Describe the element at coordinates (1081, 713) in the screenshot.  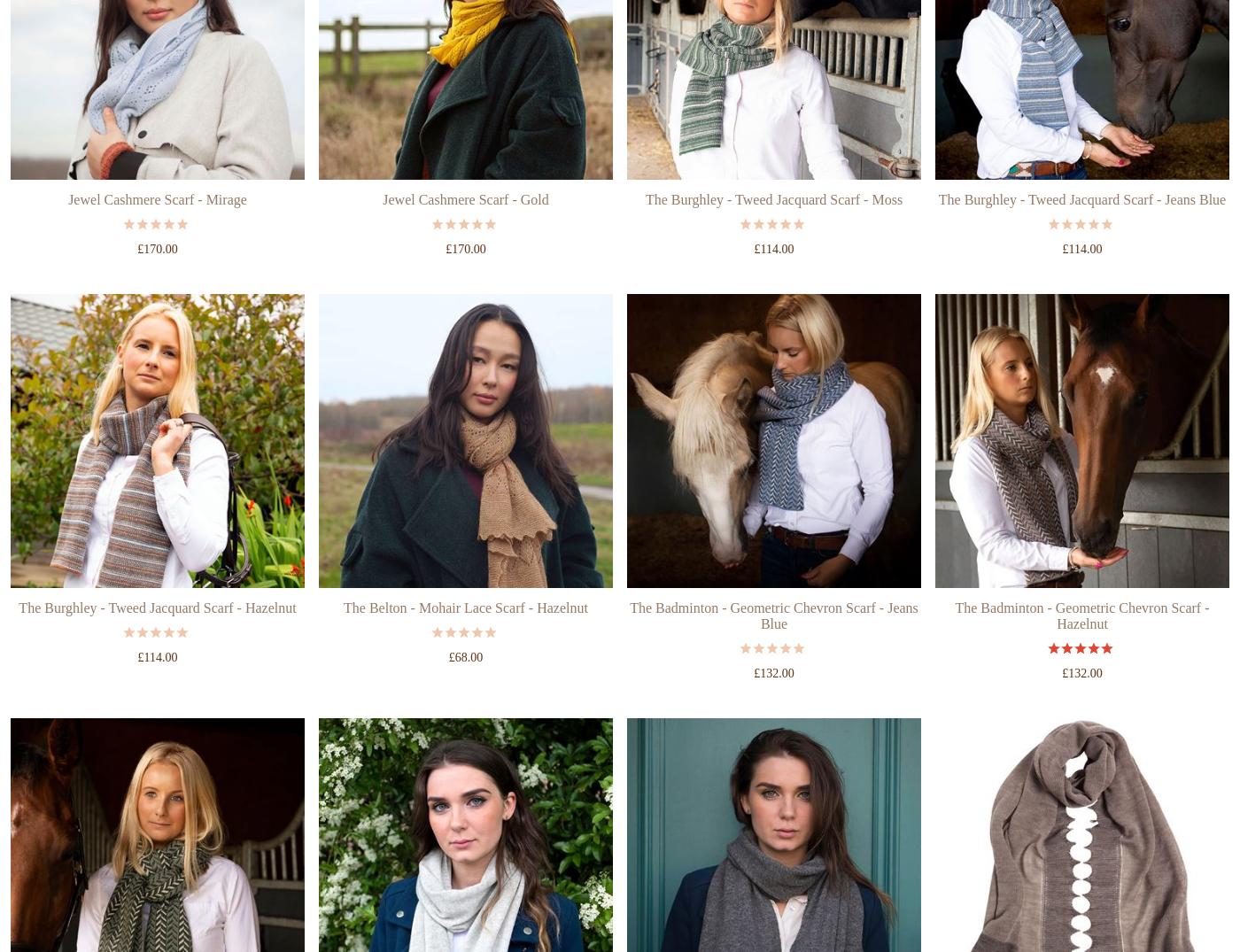
I see `'5 out of 5'` at that location.